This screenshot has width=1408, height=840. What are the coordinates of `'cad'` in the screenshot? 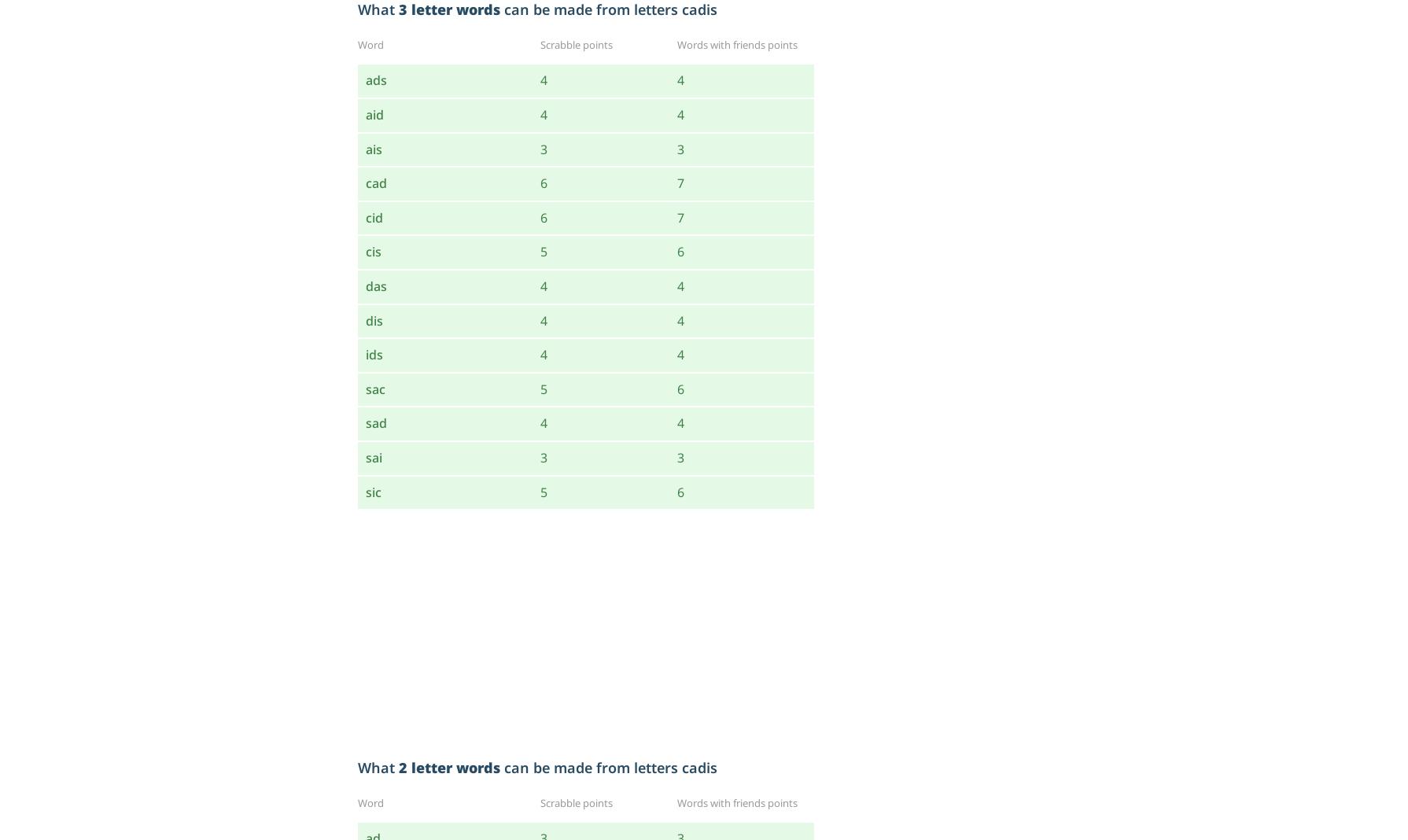 It's located at (365, 183).